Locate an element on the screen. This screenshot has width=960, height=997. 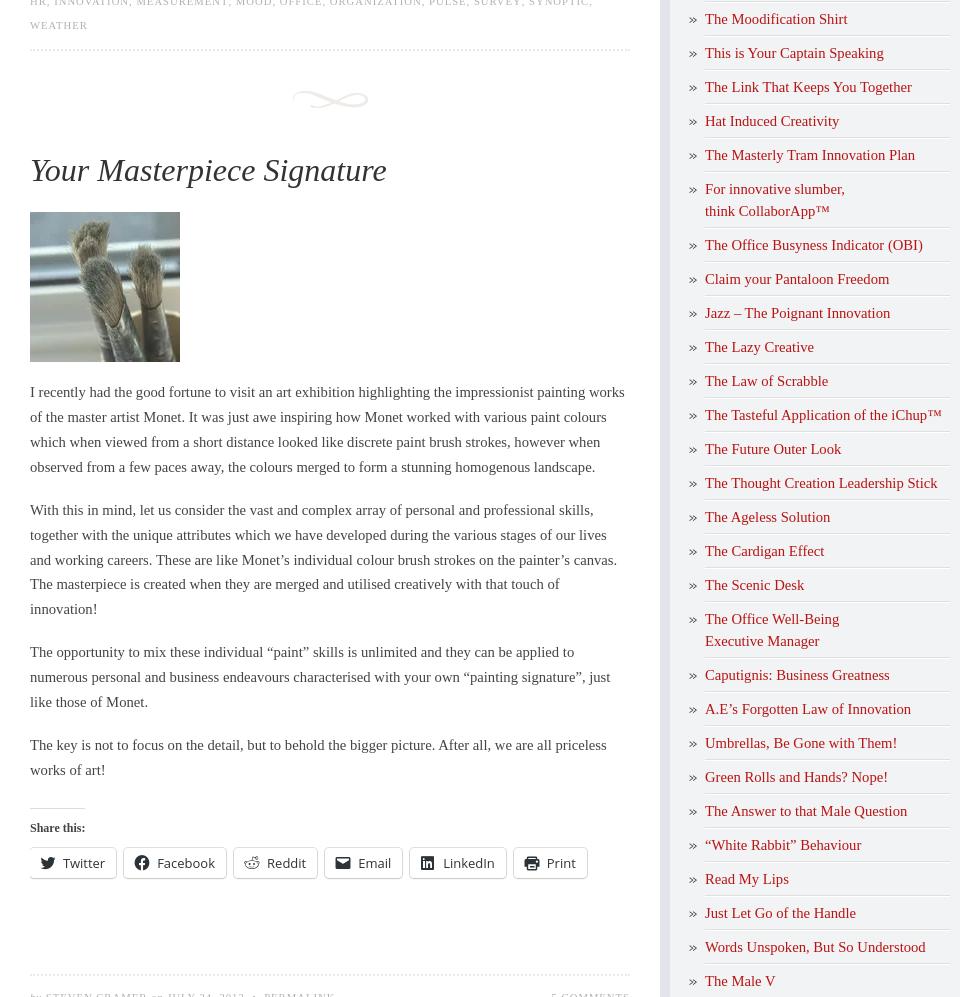
'The Law of Scrabble' is located at coordinates (765, 379).